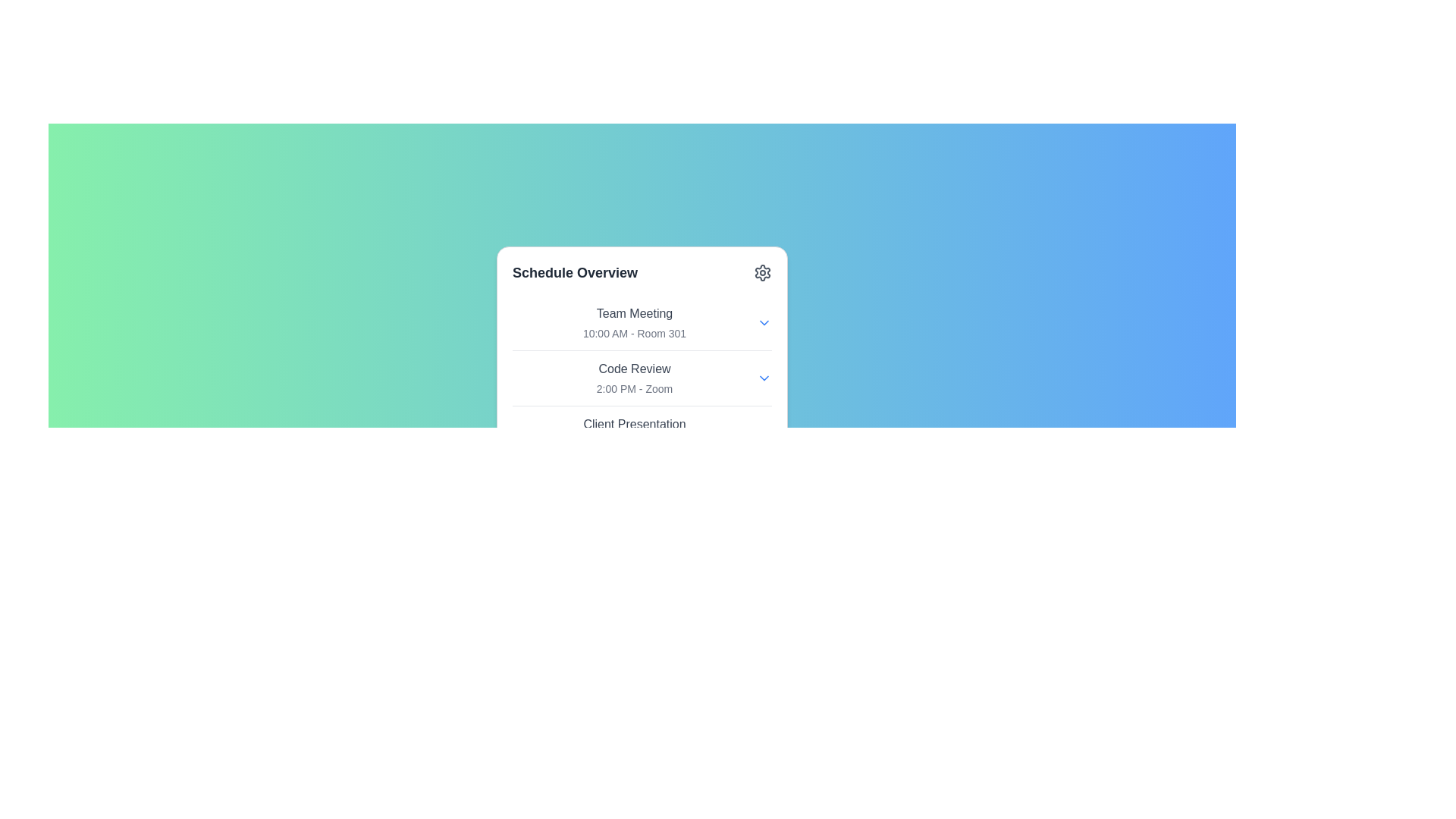  Describe the element at coordinates (634, 369) in the screenshot. I see `the 'Code Review' text label, which is a medium weight, gray colored label positioned centrally in the UI` at that location.